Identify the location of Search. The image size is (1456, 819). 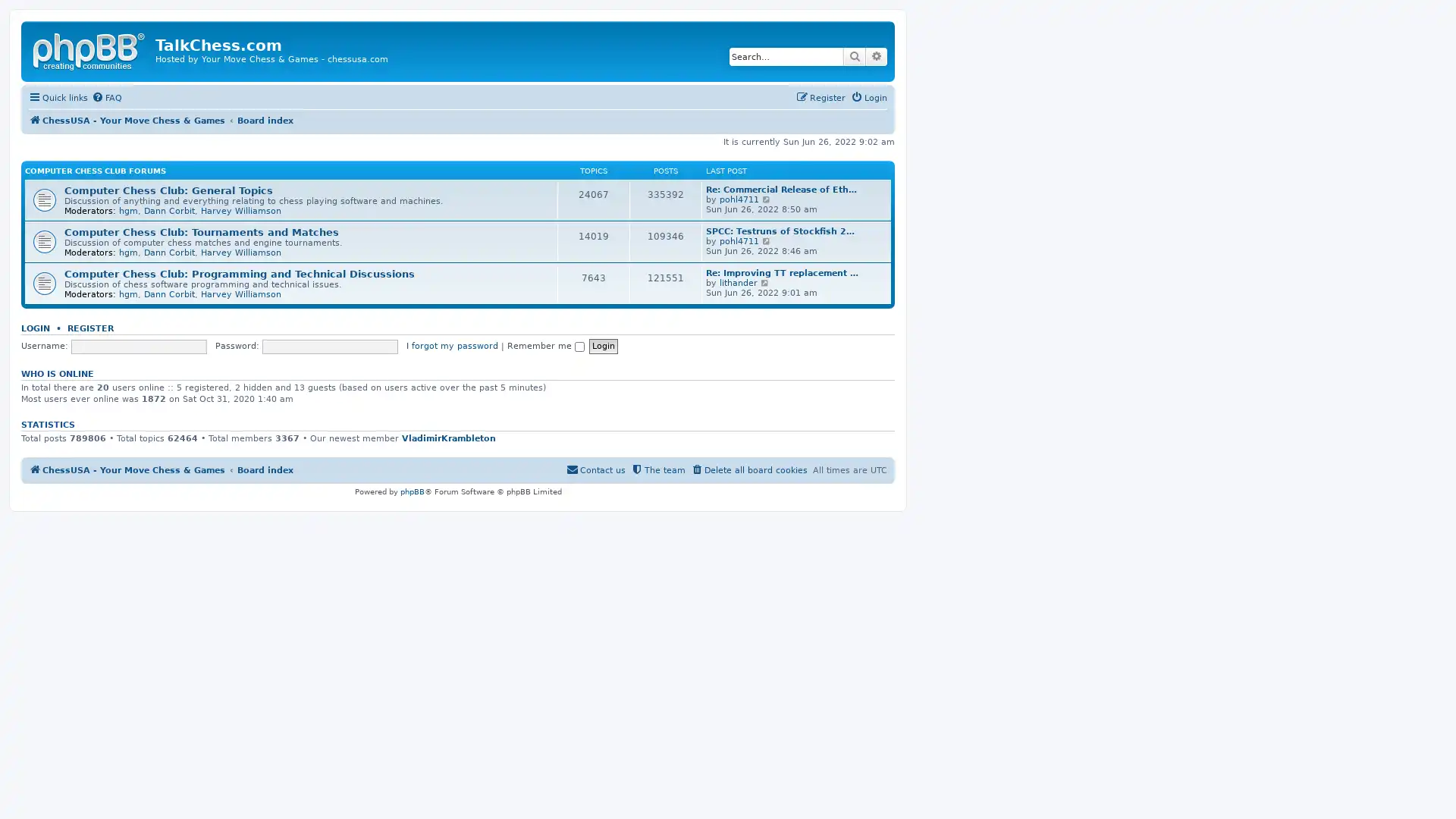
(855, 55).